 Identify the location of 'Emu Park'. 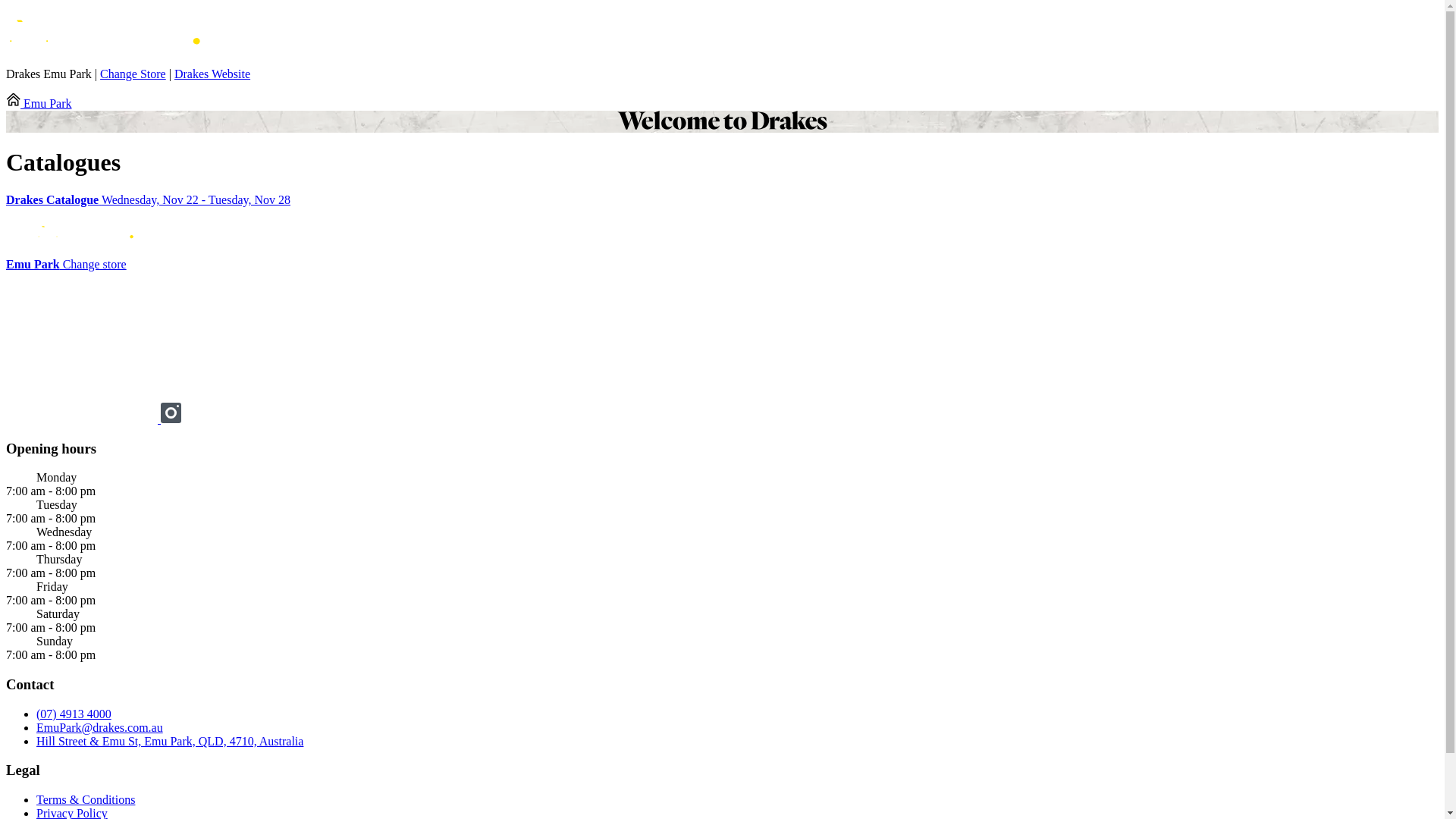
(39, 102).